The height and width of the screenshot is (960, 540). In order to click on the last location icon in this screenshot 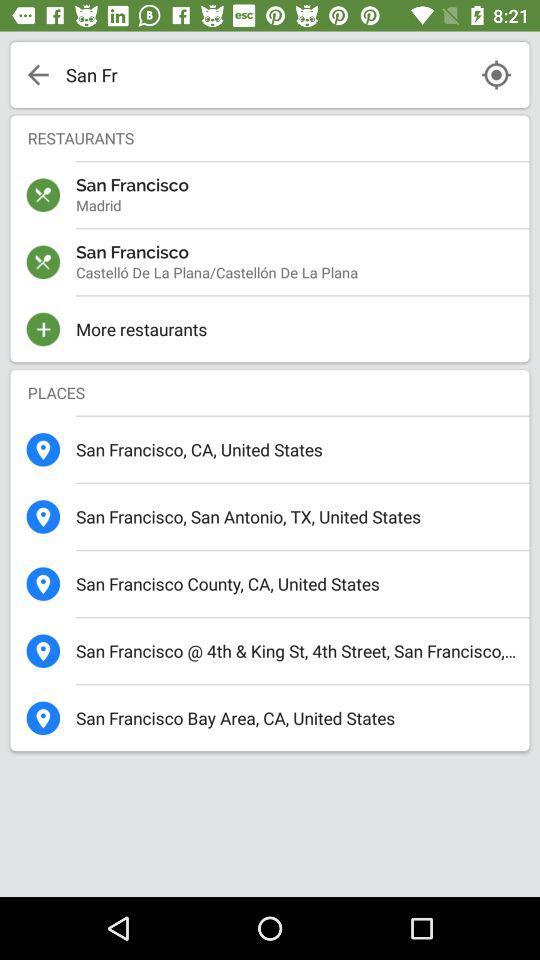, I will do `click(43, 718)`.